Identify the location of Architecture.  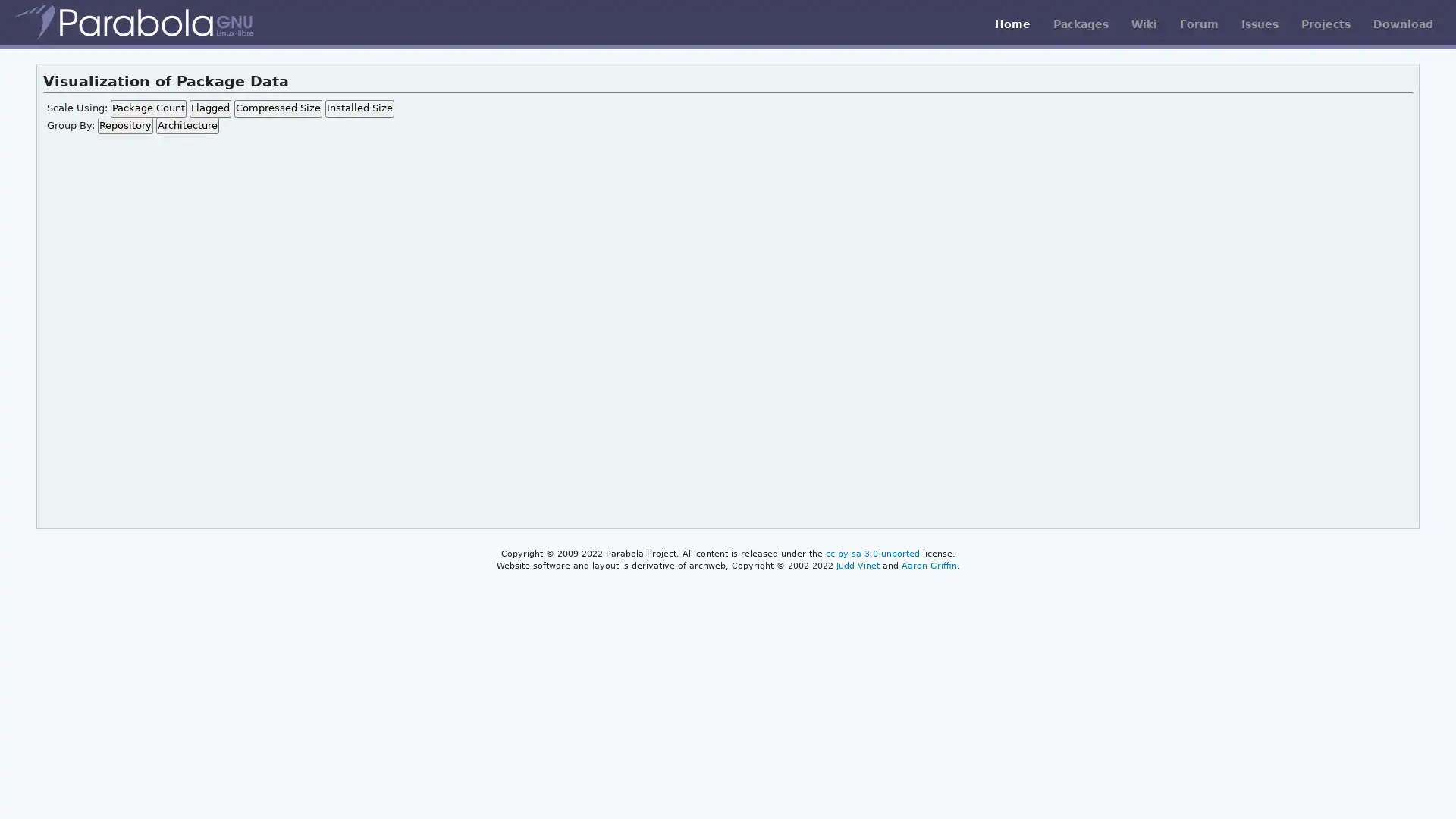
(186, 124).